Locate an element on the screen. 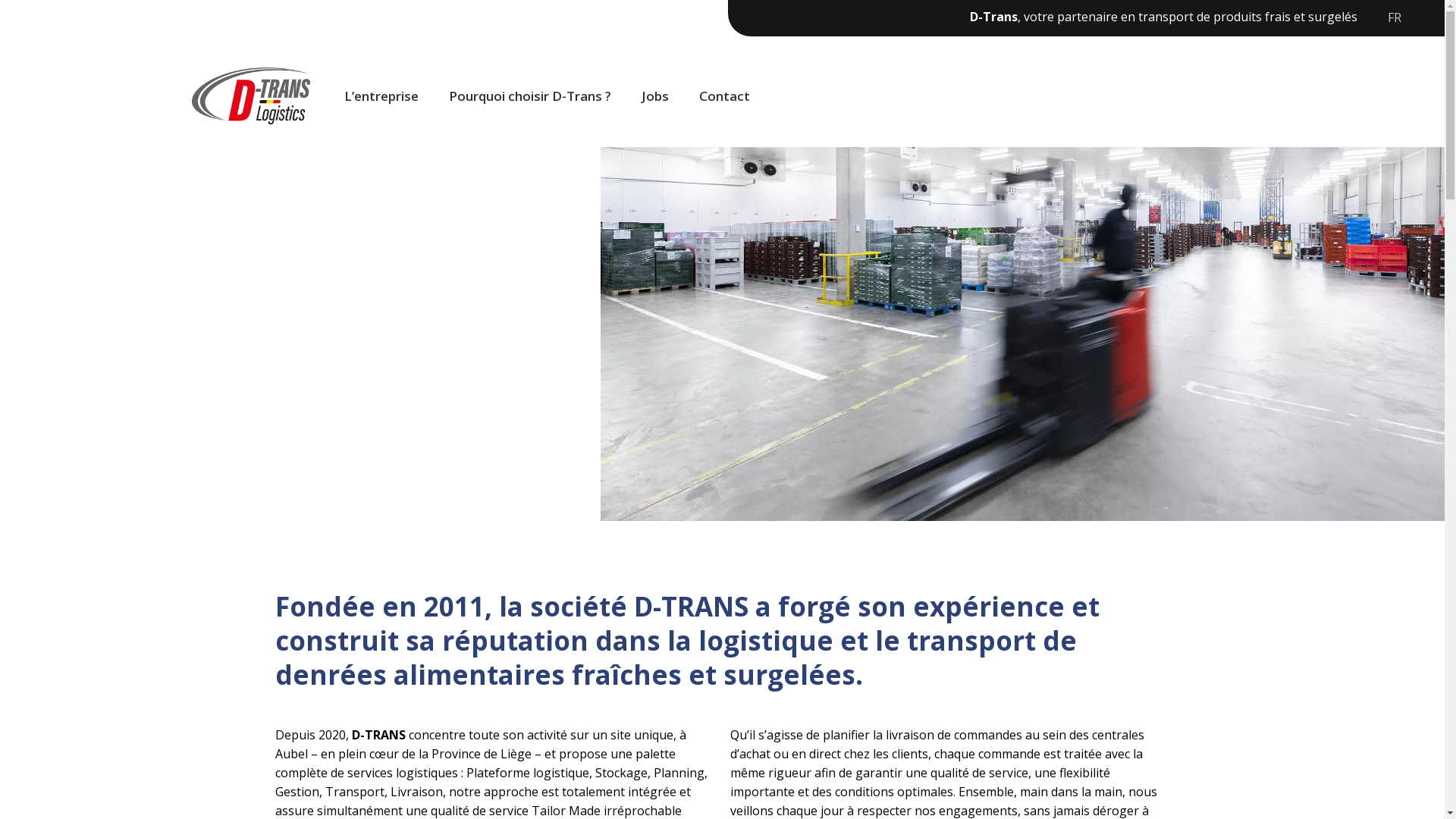 The image size is (1456, 819). 'Pourquoi choisir D-Trans ?' is located at coordinates (530, 96).